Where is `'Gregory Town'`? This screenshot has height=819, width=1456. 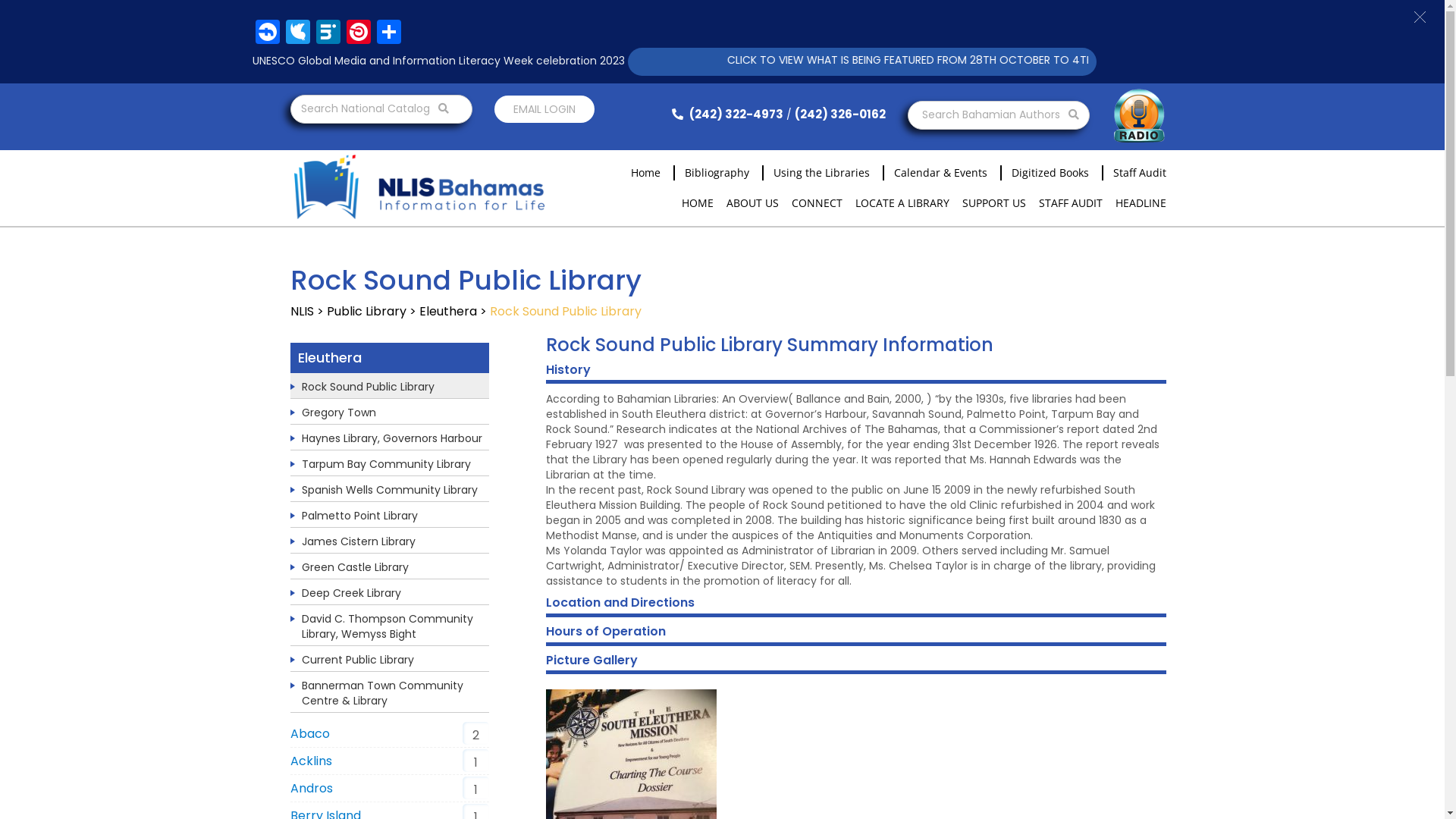 'Gregory Town' is located at coordinates (337, 412).